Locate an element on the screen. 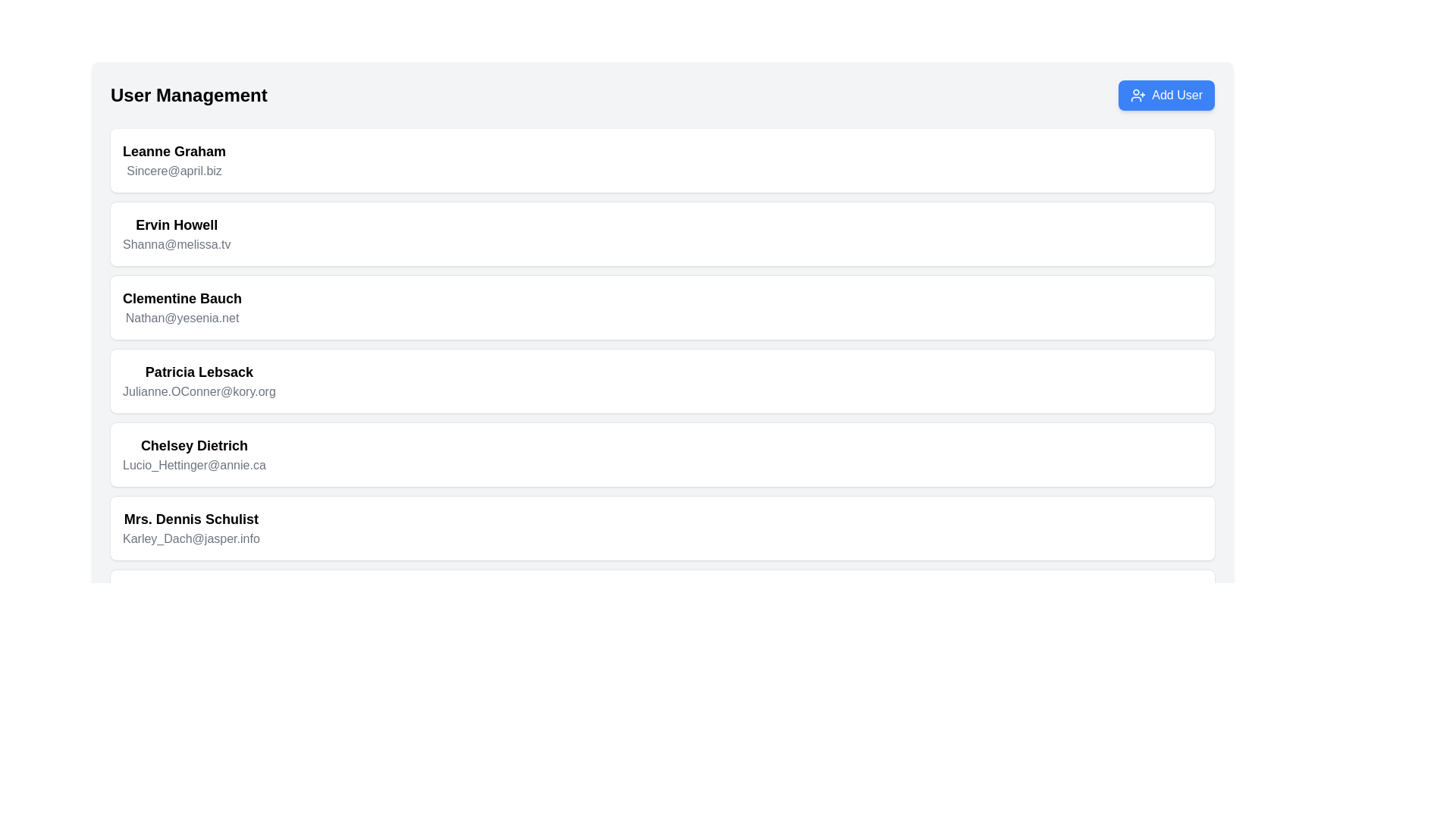 This screenshot has width=1456, height=819. the Text content display that shows the user's name and email address, located is located at coordinates (190, 528).